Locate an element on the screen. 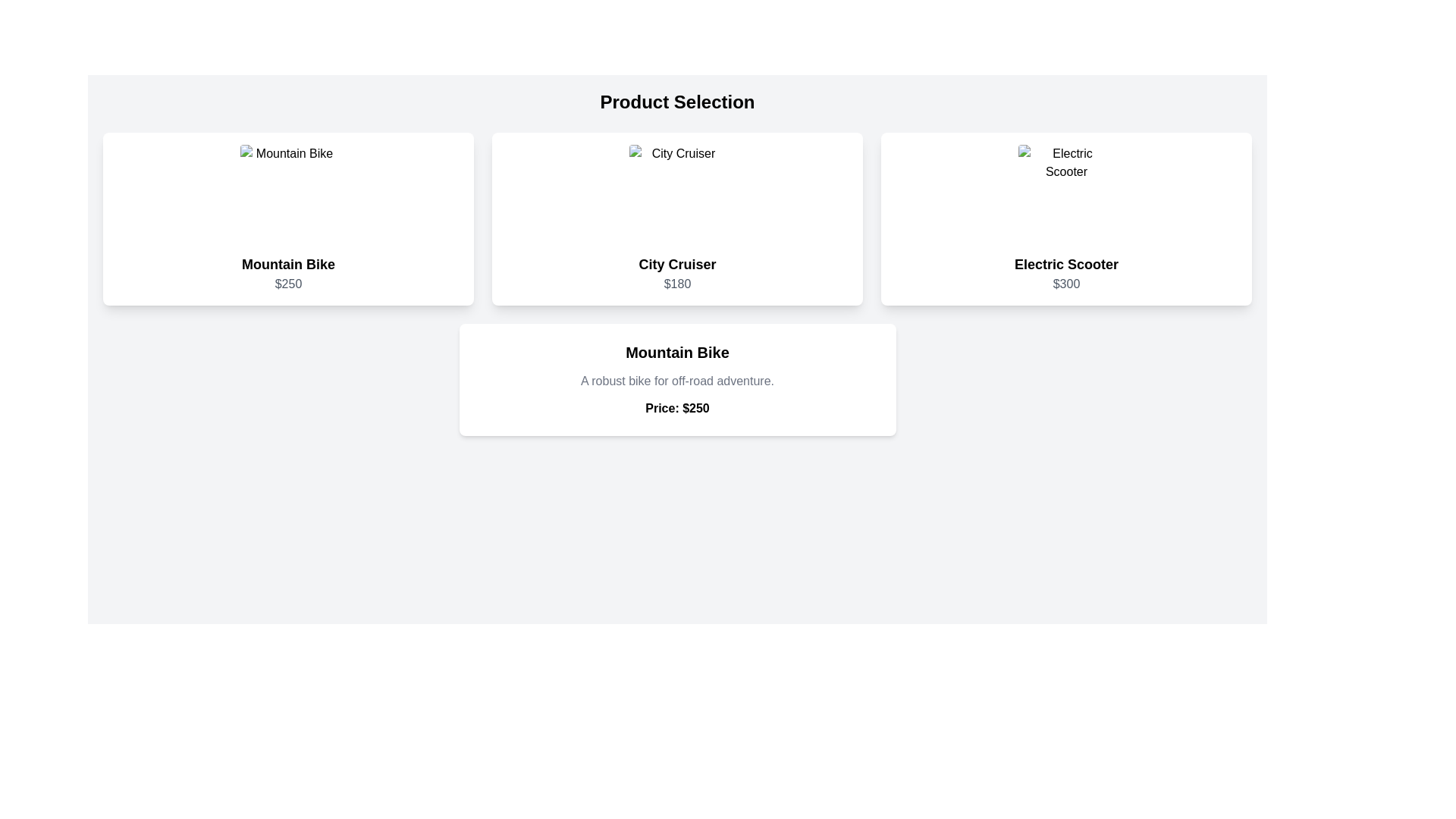  the text label displaying 'Electric Scooter', which is centrally placed above the '$300' text is located at coordinates (1065, 263).